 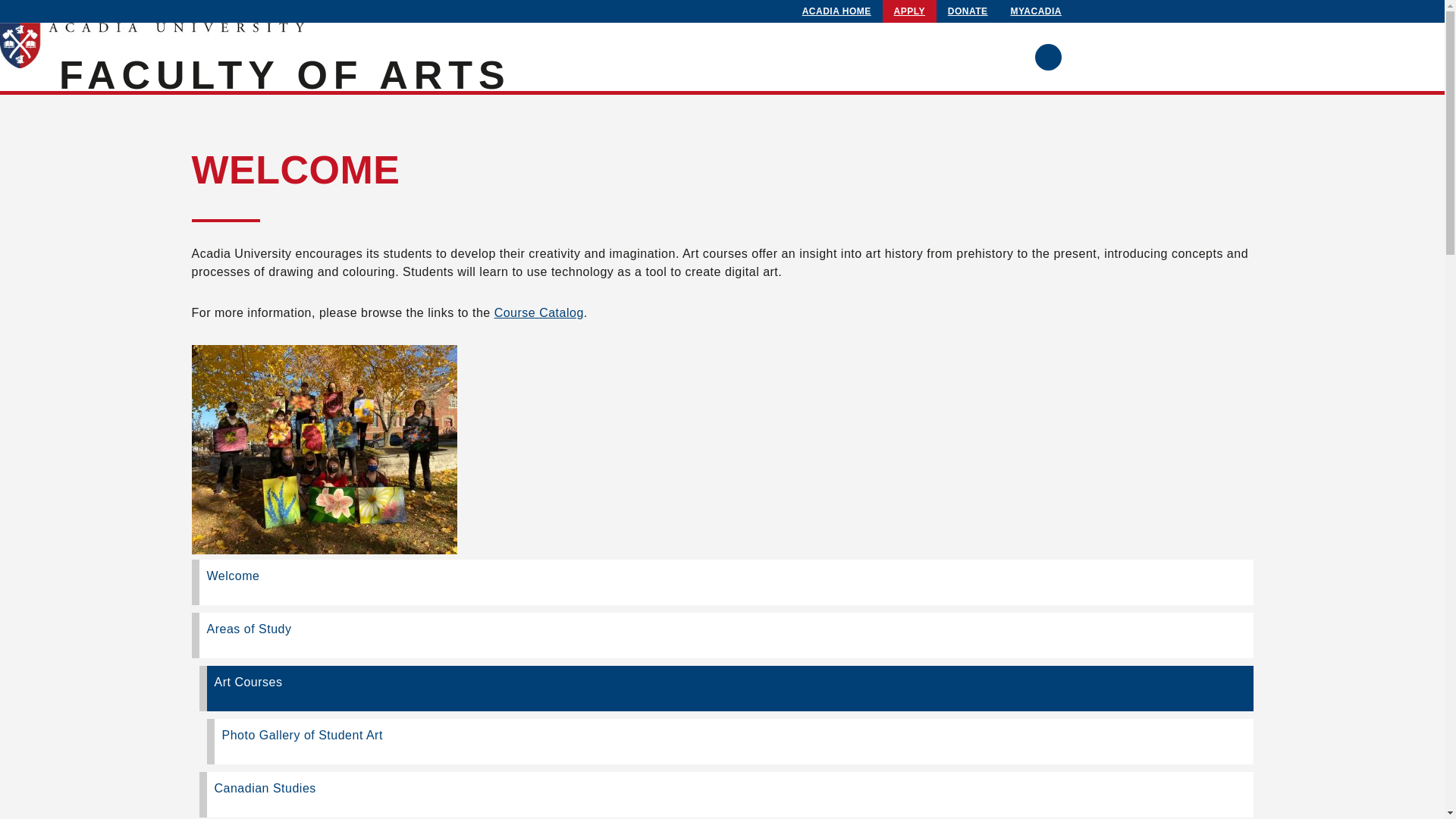 What do you see at coordinates (967, 11) in the screenshot?
I see `'DONATE'` at bounding box center [967, 11].